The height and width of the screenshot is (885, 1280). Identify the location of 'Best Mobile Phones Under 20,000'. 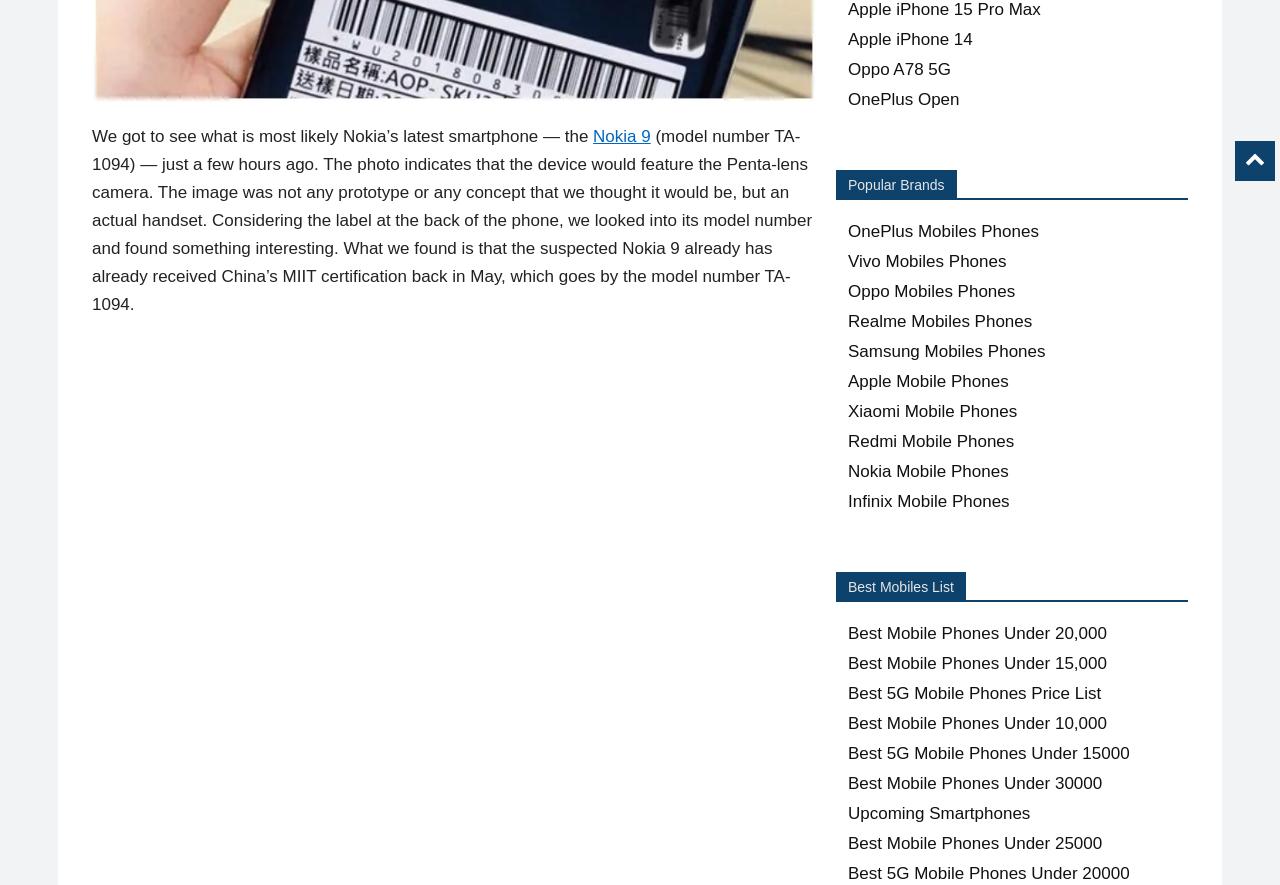
(977, 632).